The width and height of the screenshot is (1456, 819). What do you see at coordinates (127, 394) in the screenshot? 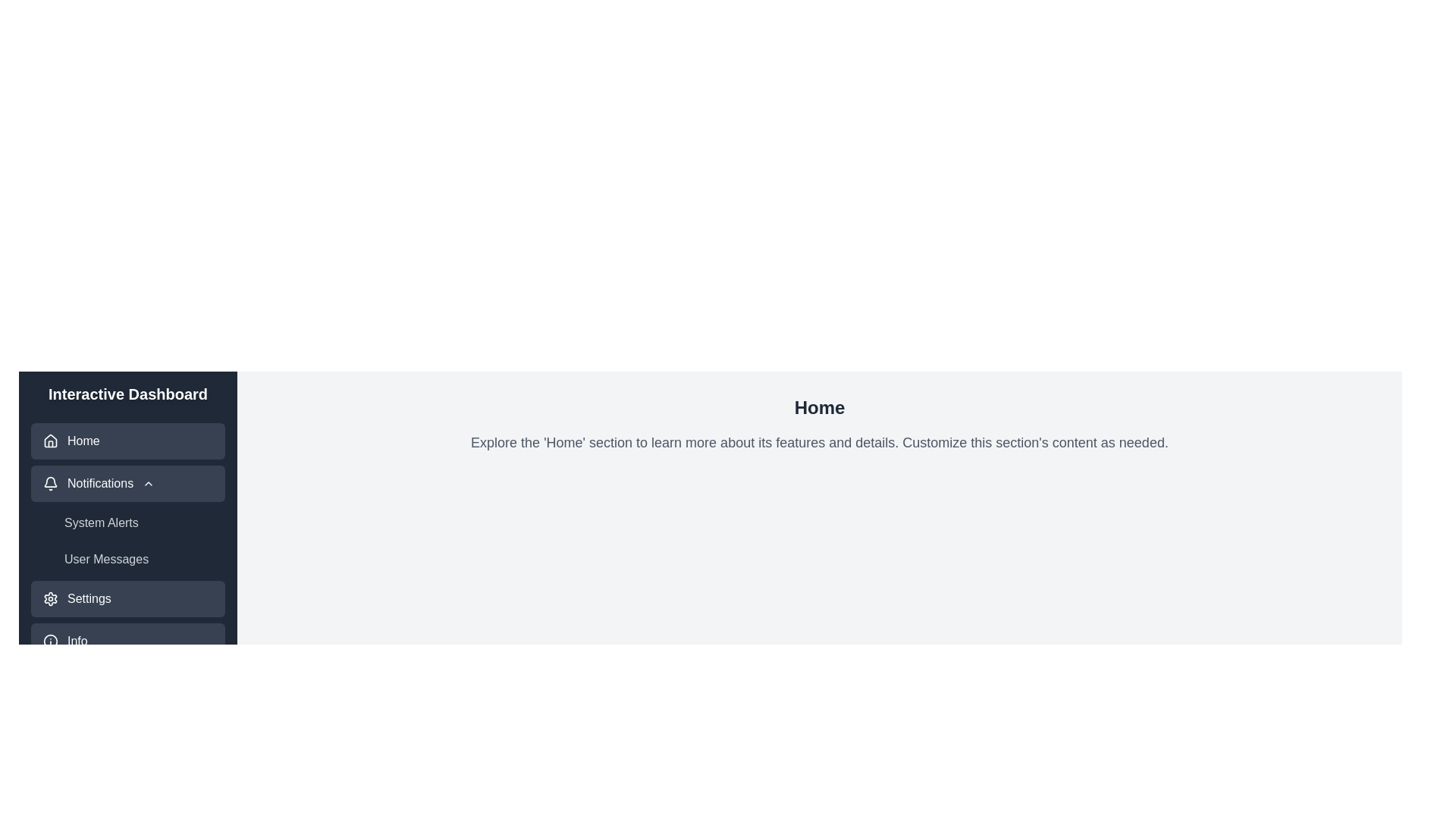
I see `the title or header text label in the navigation panel located at the topmost position above the 'Home' option` at bounding box center [127, 394].